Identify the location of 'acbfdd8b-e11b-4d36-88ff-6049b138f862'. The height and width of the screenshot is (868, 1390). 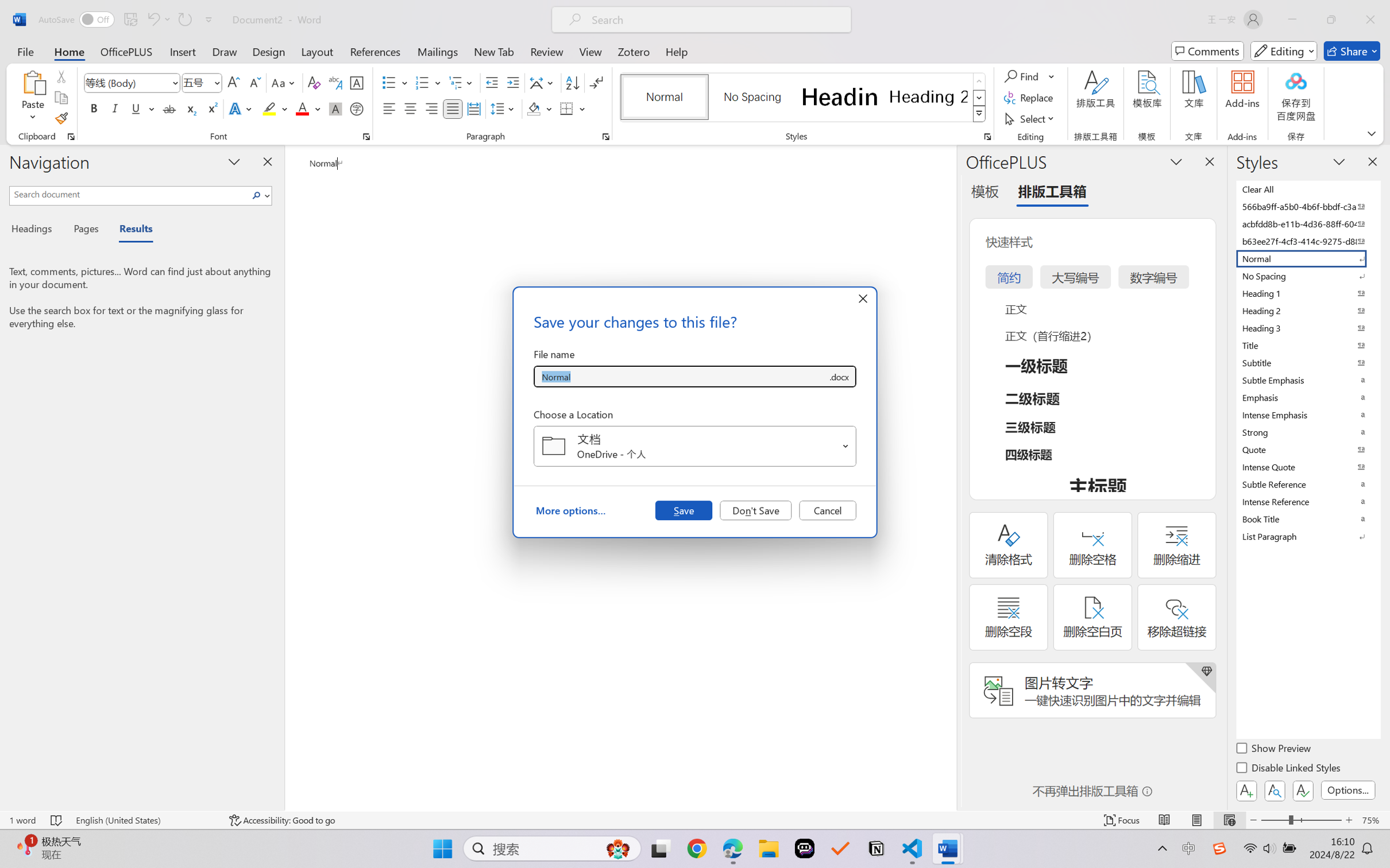
(1307, 223).